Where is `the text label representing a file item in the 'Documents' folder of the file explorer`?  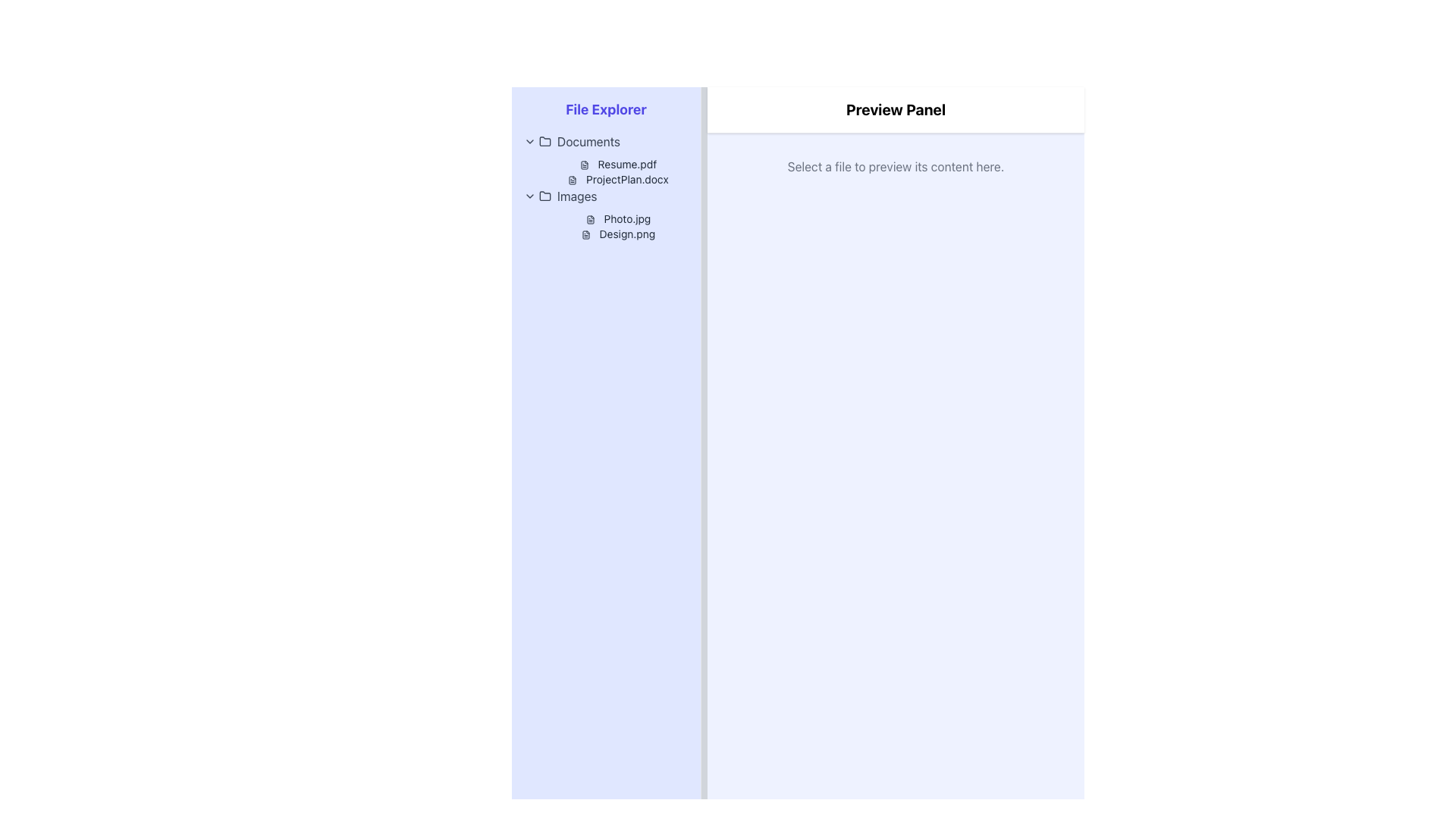 the text label representing a file item in the 'Documents' folder of the file explorer is located at coordinates (618, 178).